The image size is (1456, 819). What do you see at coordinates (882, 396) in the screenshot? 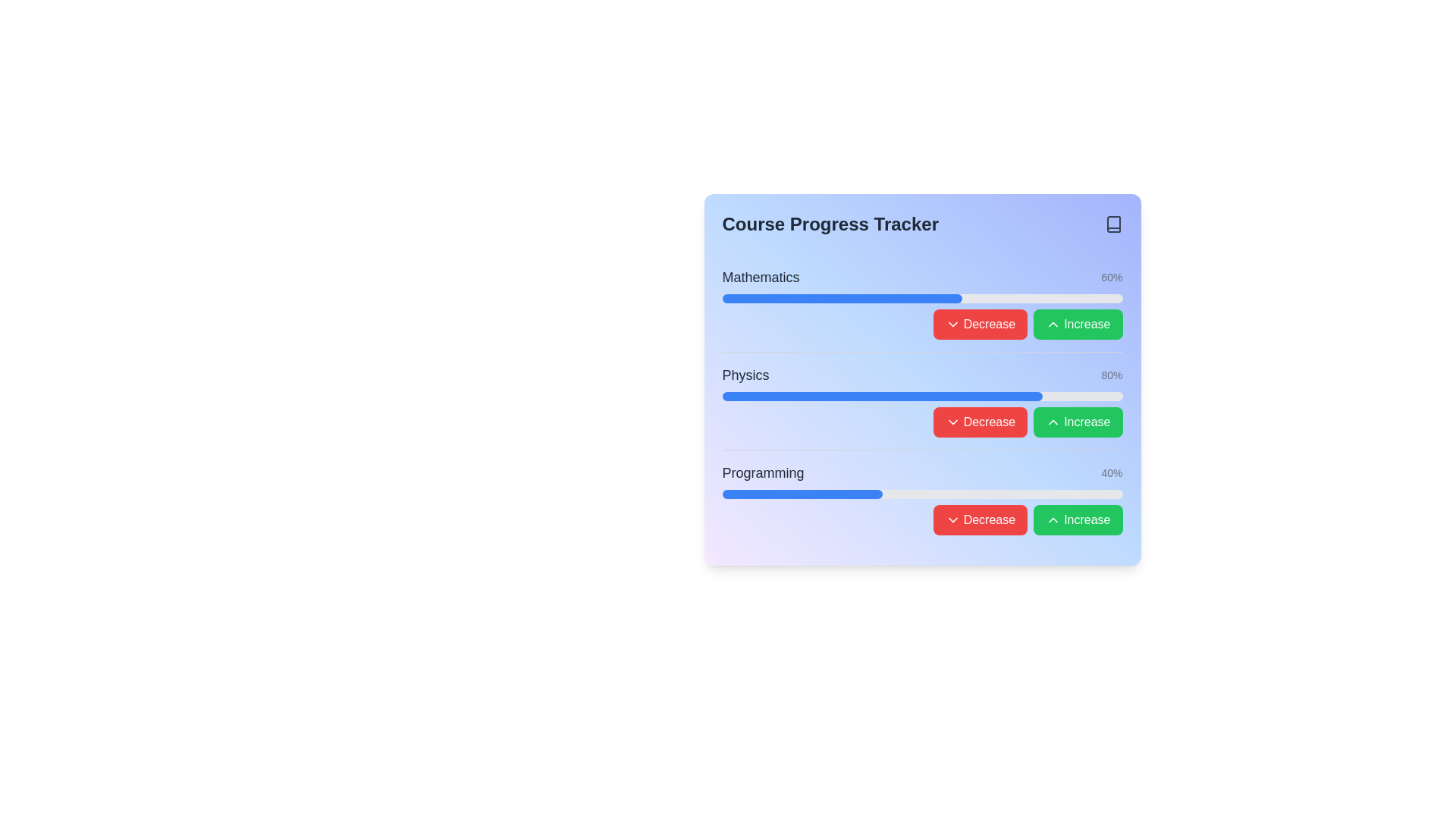
I see `visual representation of the progress made in the Physics course from the filled portion of the progress bar located below the Mathematics progress bar` at bounding box center [882, 396].